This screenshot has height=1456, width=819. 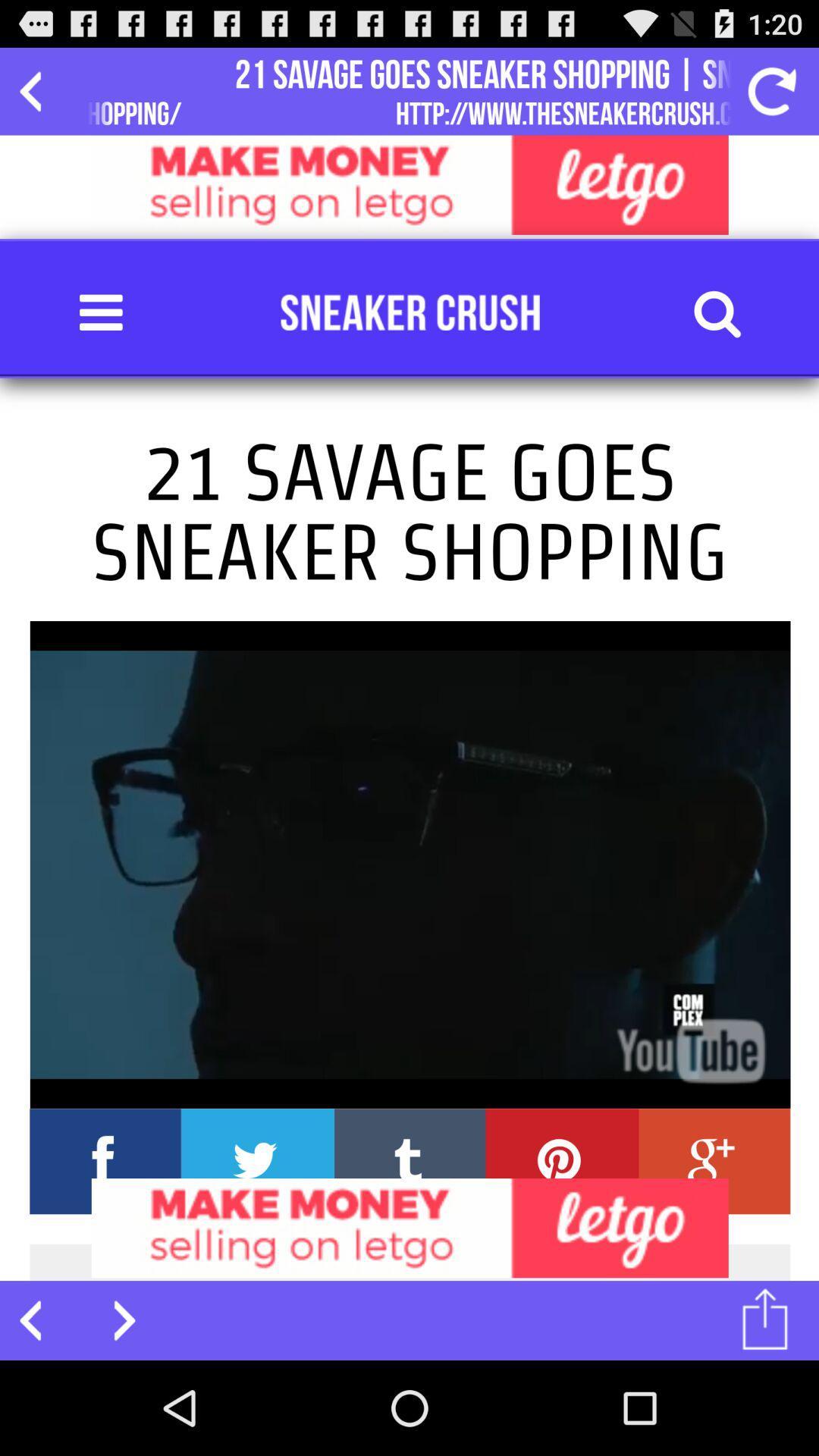 What do you see at coordinates (115, 1319) in the screenshot?
I see `next article` at bounding box center [115, 1319].